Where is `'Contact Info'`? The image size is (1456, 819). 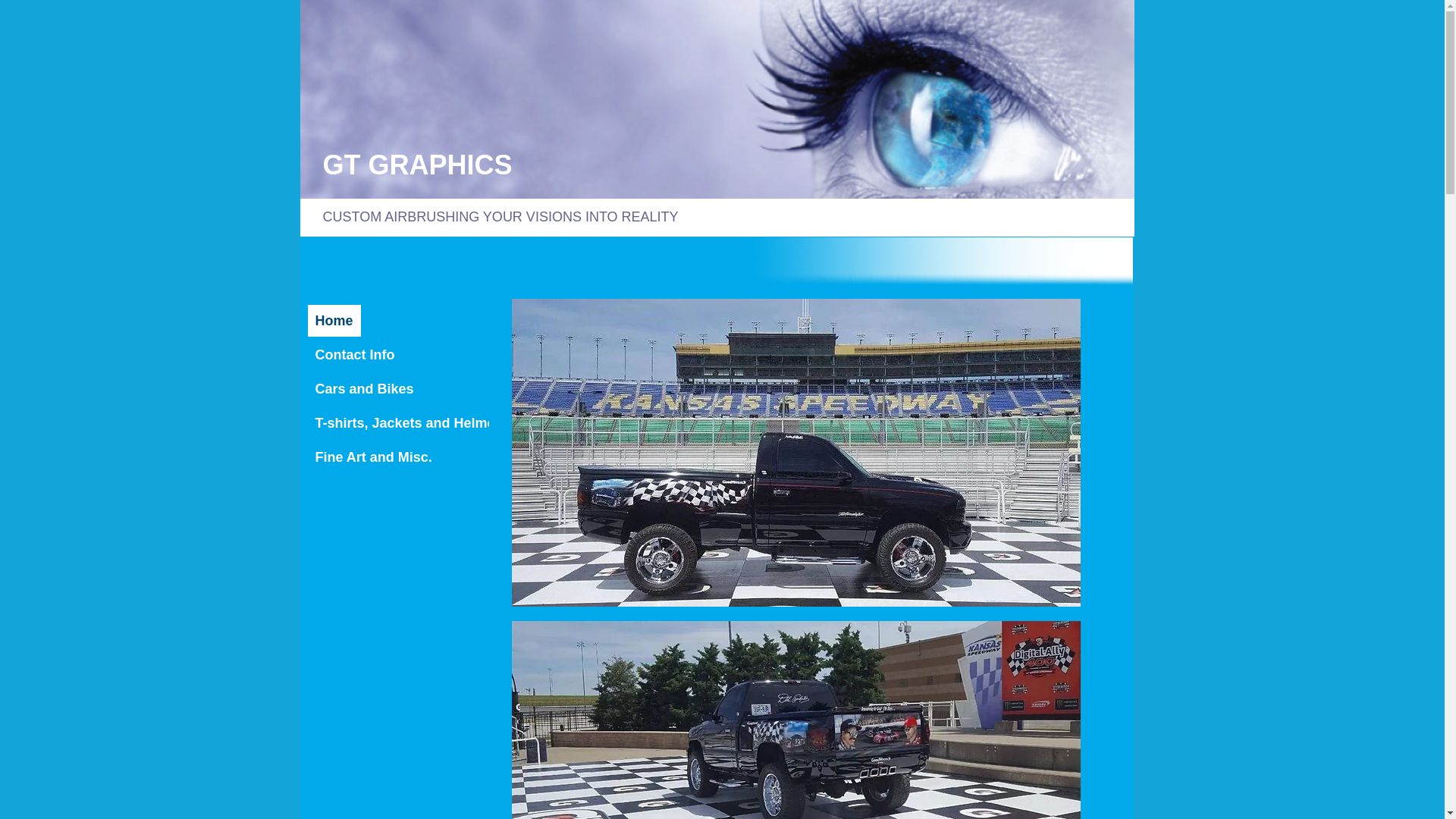
'Contact Info' is located at coordinates (354, 354).